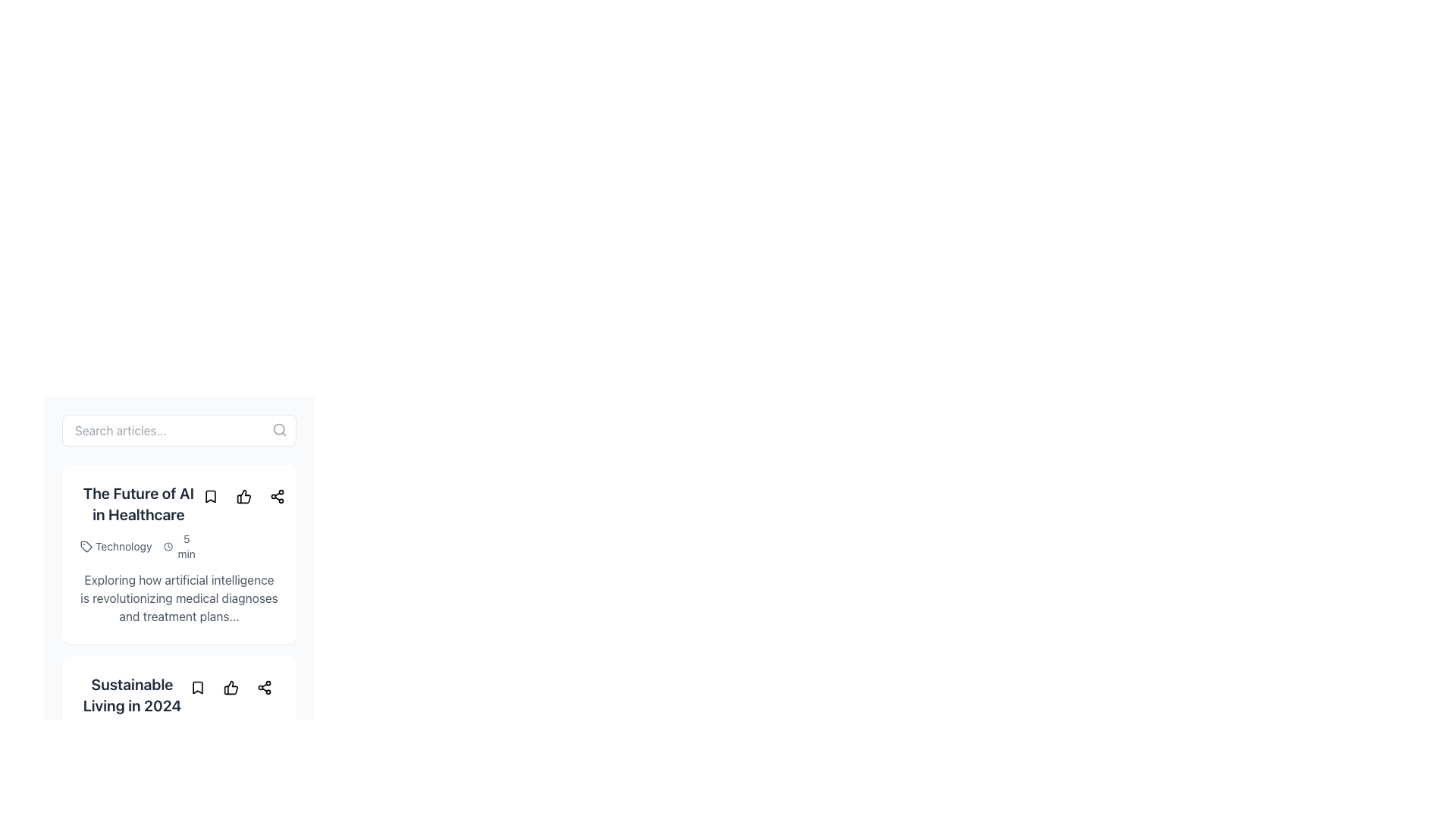 This screenshot has height=819, width=1456. Describe the element at coordinates (231, 687) in the screenshot. I see `the approval button located below the 'Sustainable Living in 2024' article` at that location.